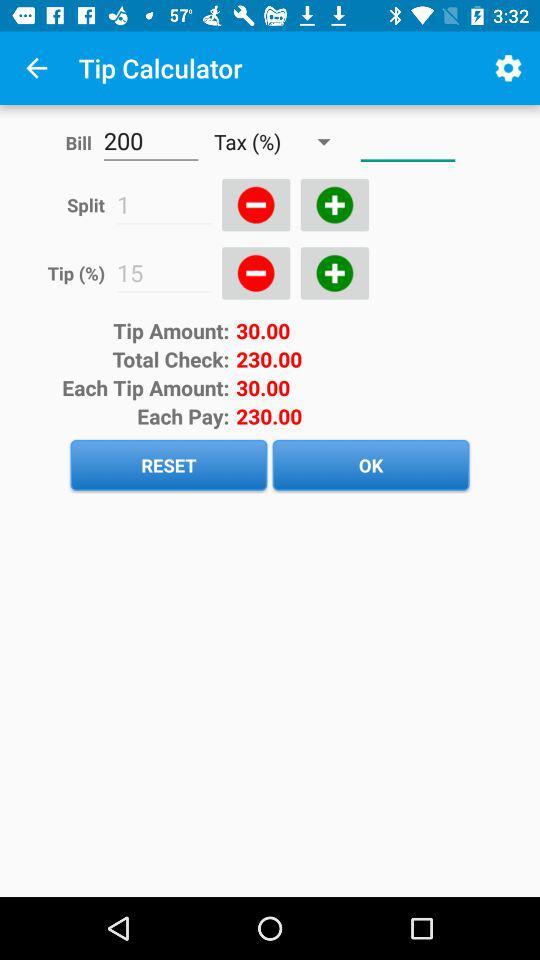  I want to click on decline, so click(256, 272).